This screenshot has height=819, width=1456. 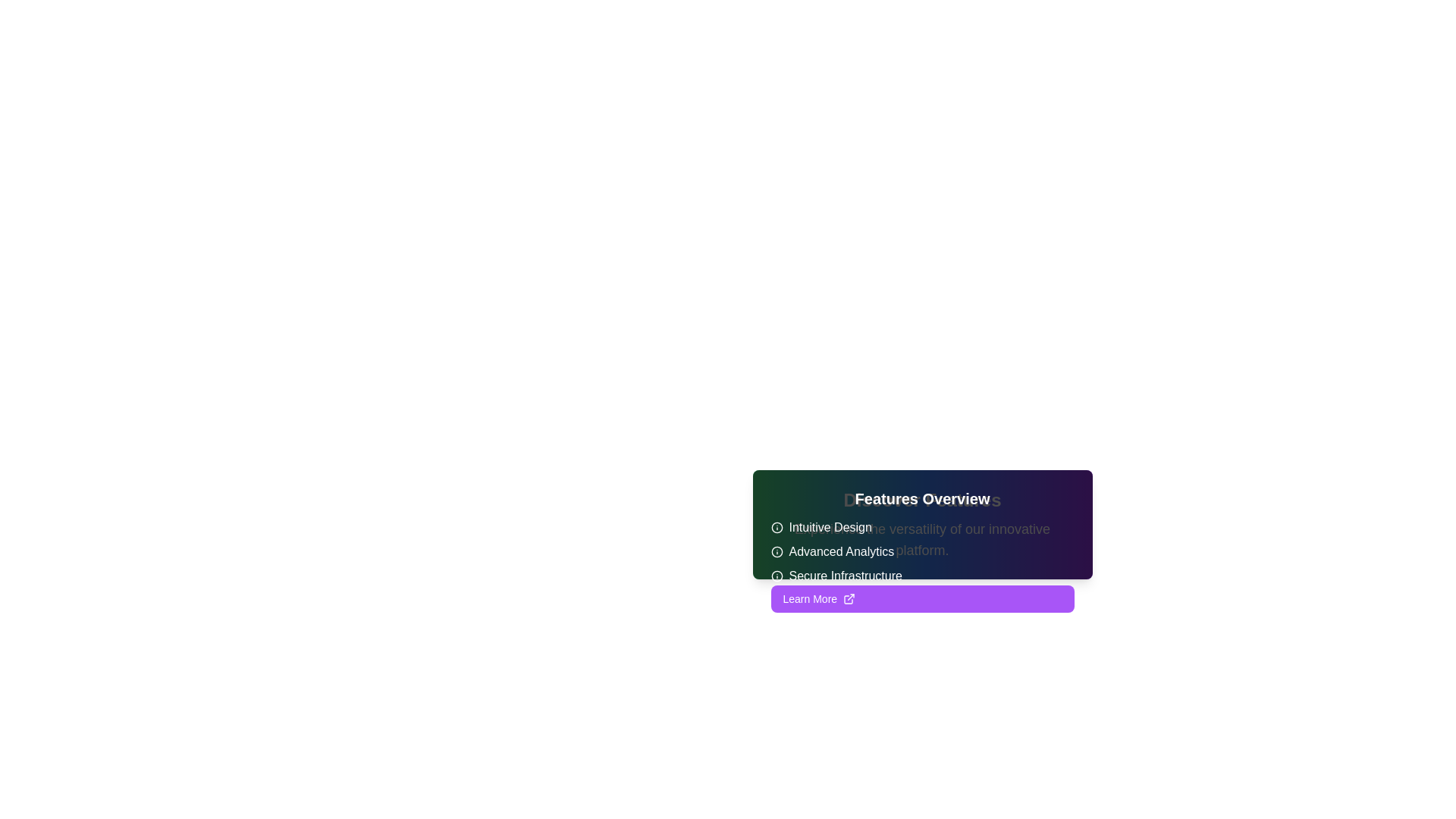 What do you see at coordinates (777, 526) in the screenshot?
I see `the SVG Circle Element, which is the outer ring of an icon within the 'Features Overview' card, positioned to the right of the 'Intuitive Design' text and above the 'Learn More' button` at bounding box center [777, 526].